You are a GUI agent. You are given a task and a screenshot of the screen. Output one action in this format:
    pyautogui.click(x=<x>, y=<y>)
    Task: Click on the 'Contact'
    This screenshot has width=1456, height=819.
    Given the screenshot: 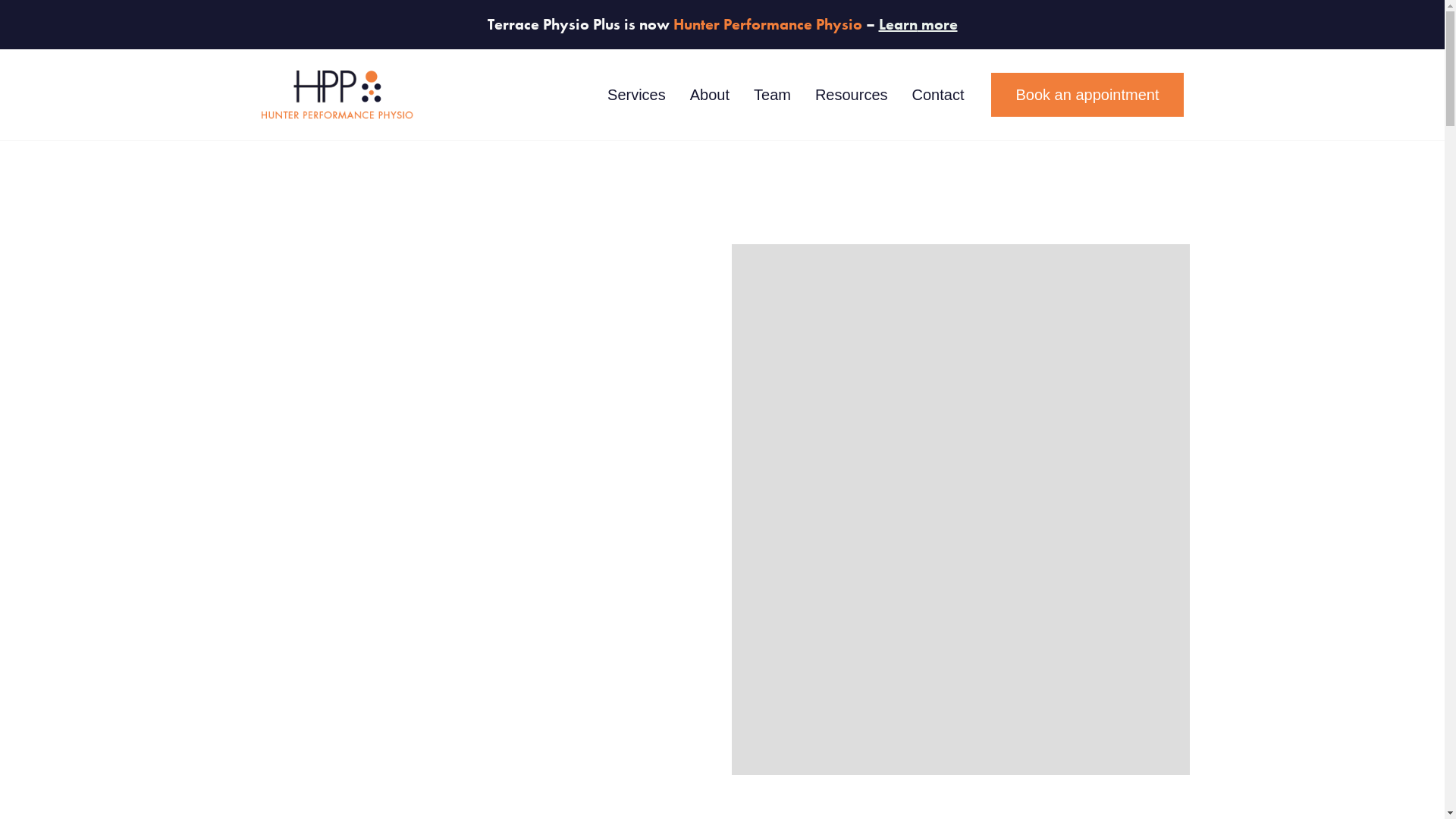 What is the action you would take?
    pyautogui.click(x=937, y=95)
    